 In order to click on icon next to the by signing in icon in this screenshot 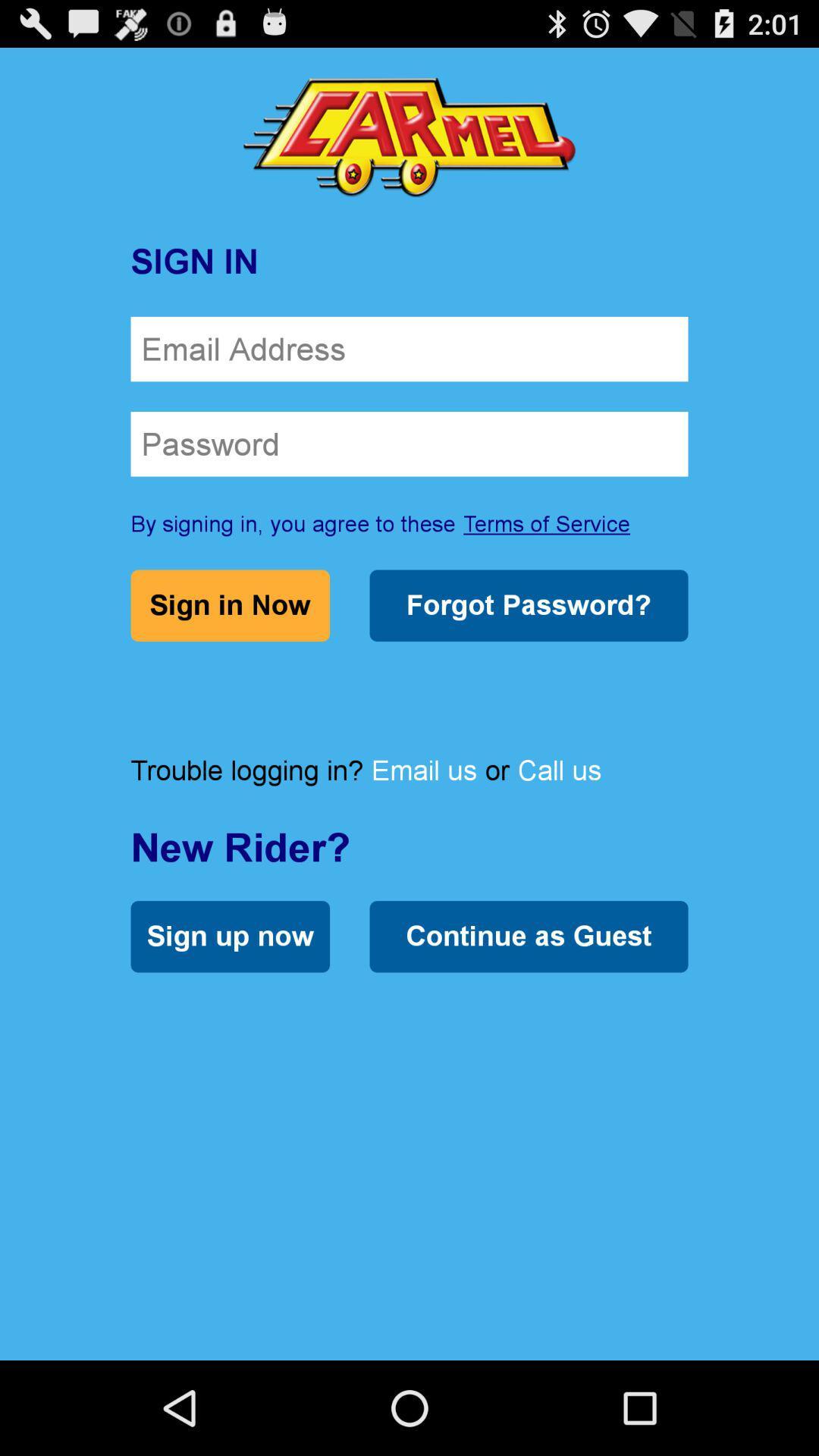, I will do `click(547, 523)`.